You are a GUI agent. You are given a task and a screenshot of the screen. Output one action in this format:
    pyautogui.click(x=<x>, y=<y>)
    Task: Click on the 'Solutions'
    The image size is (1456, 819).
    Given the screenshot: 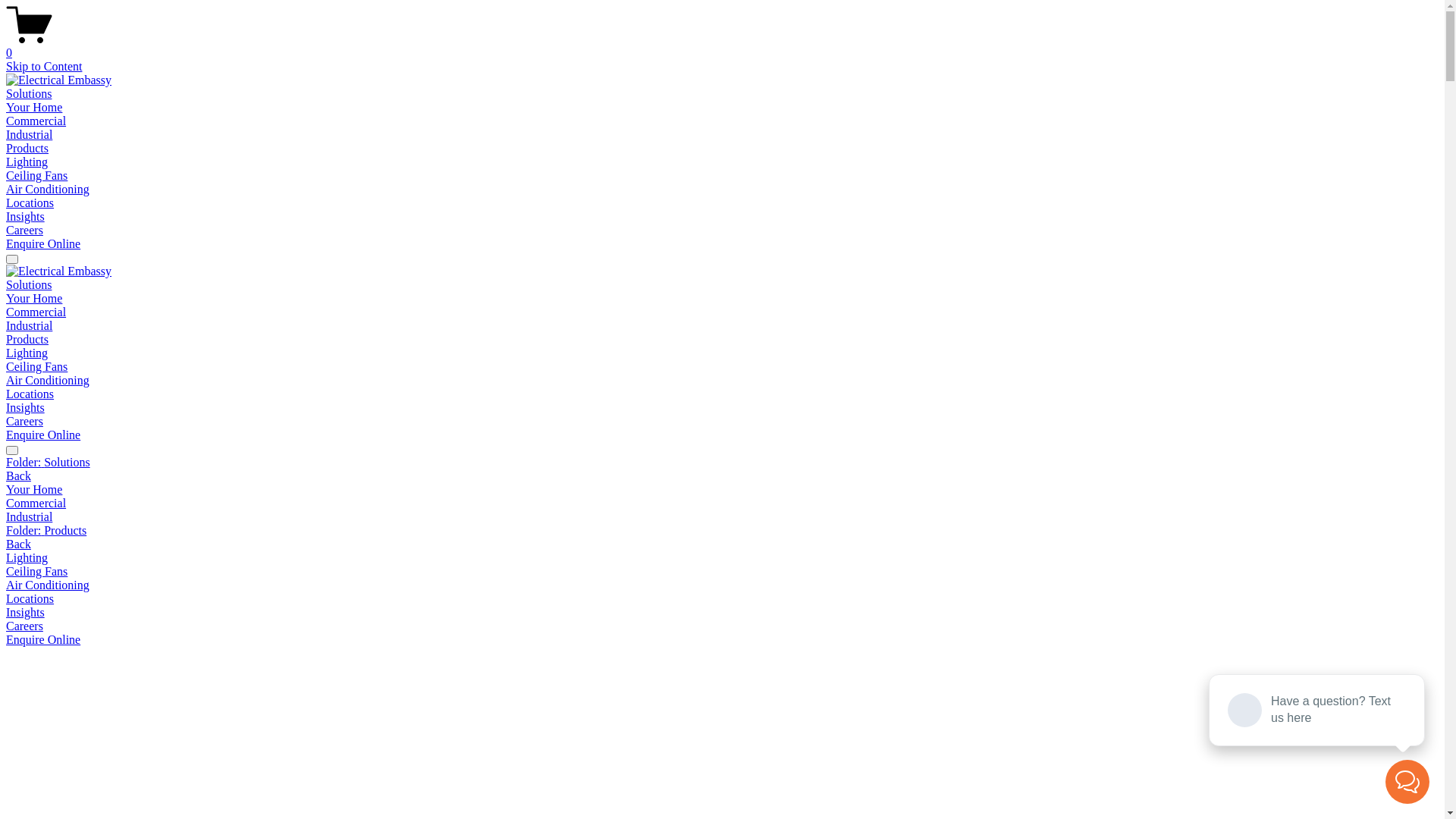 What is the action you would take?
    pyautogui.click(x=29, y=93)
    